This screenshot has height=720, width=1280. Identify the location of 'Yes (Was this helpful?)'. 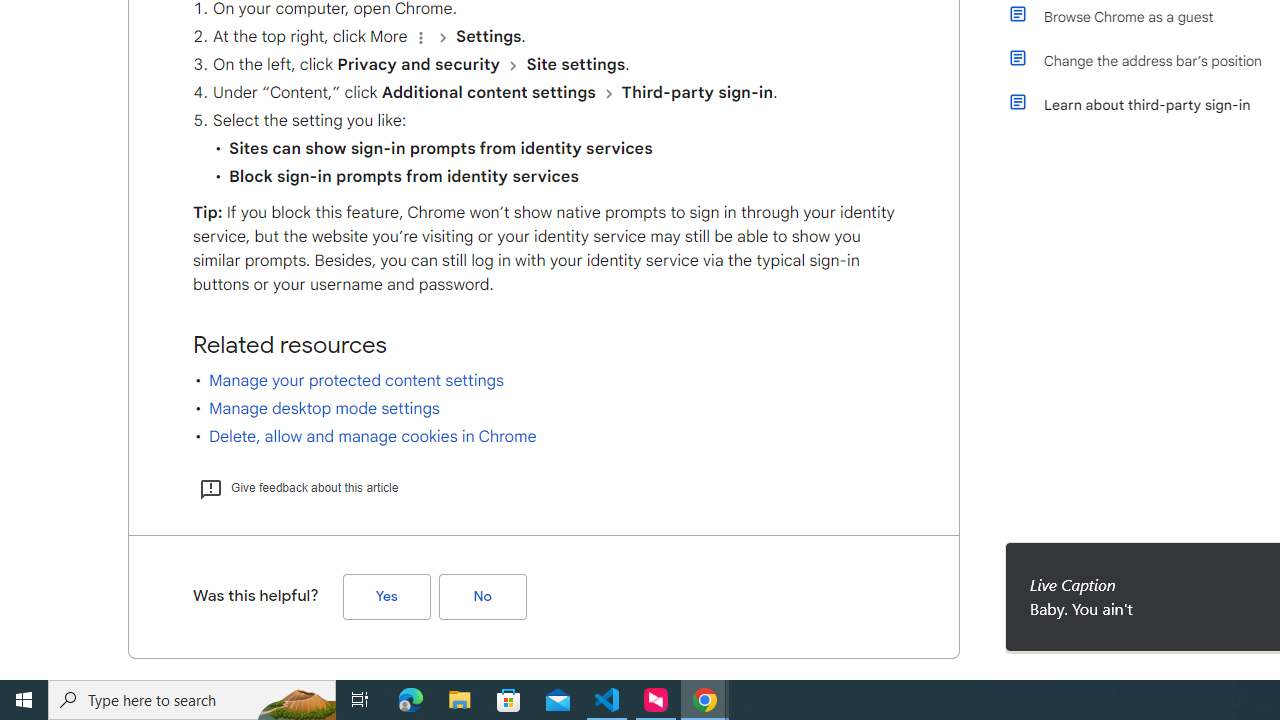
(386, 595).